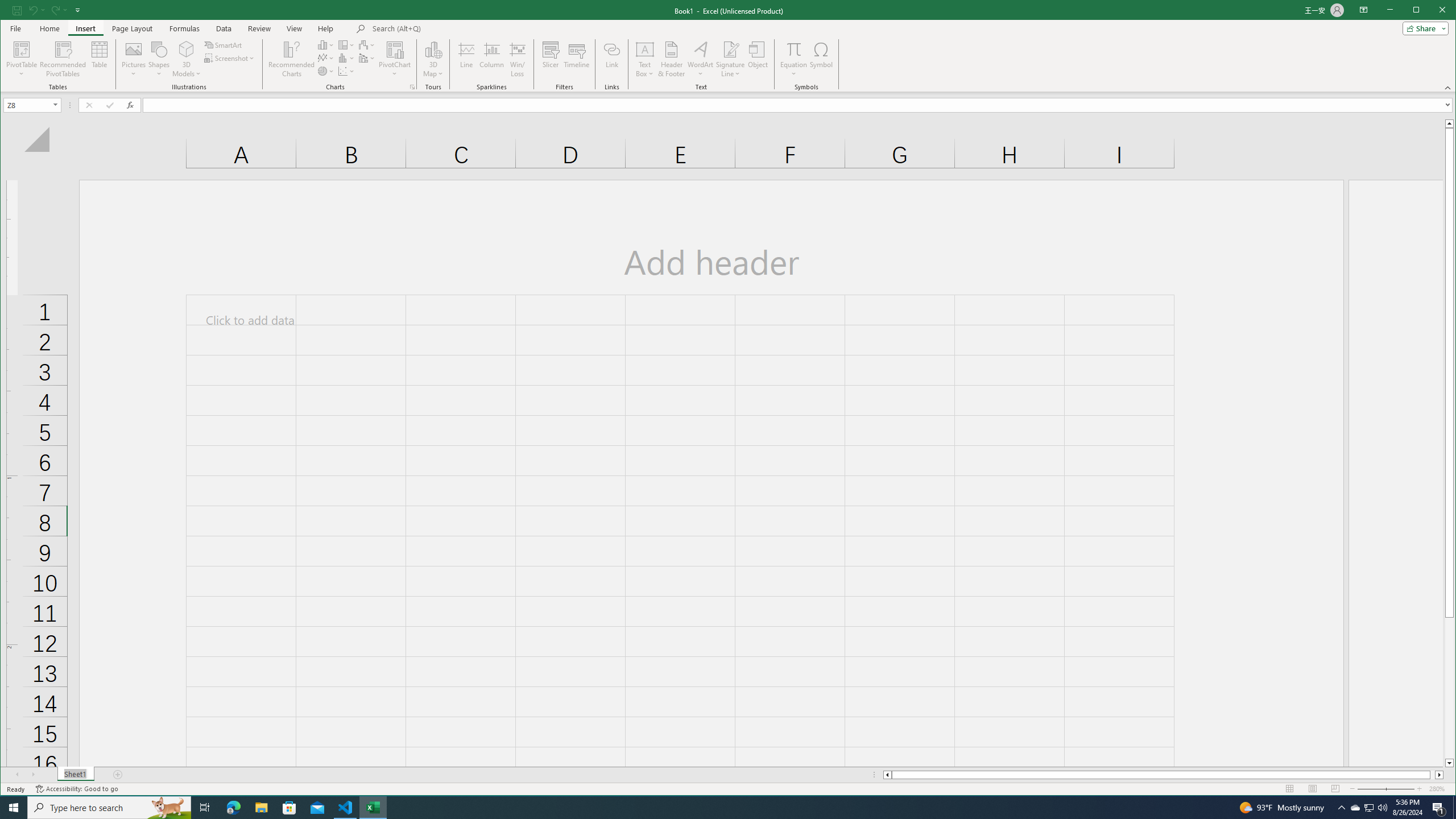 This screenshot has width=1456, height=819. I want to click on 'Line', so click(466, 59).